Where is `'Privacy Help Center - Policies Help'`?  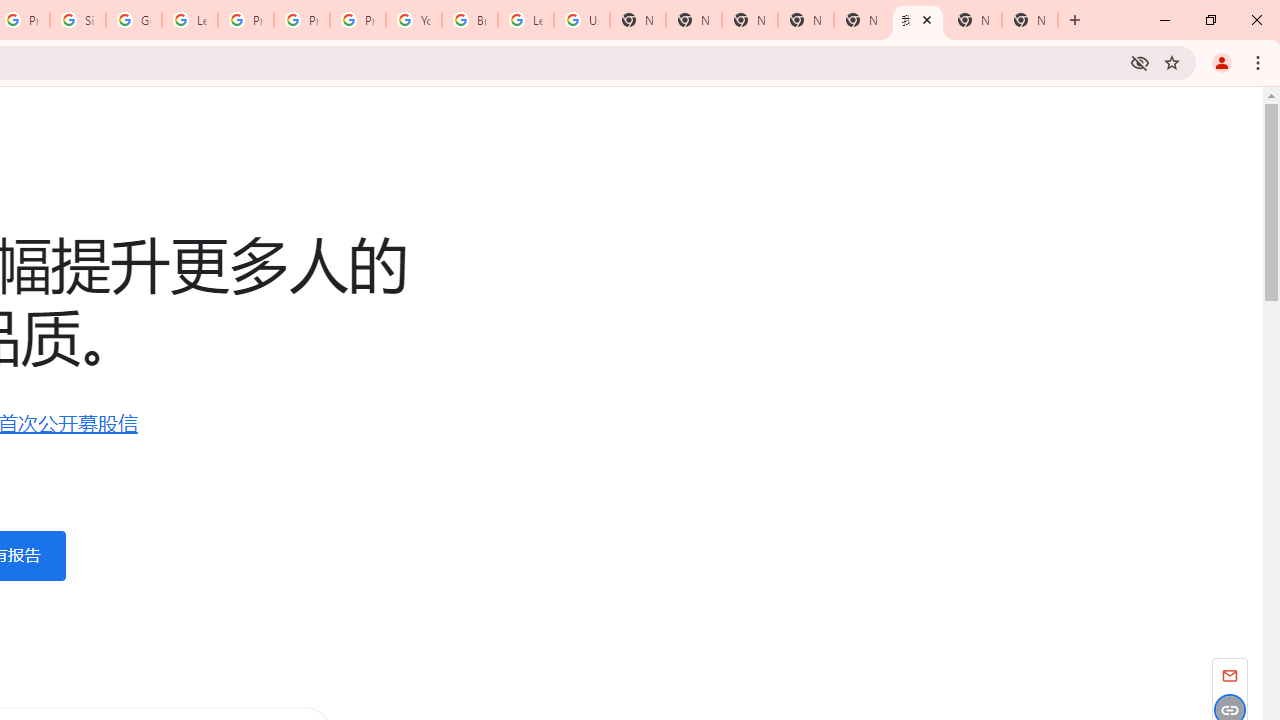 'Privacy Help Center - Policies Help' is located at coordinates (301, 20).